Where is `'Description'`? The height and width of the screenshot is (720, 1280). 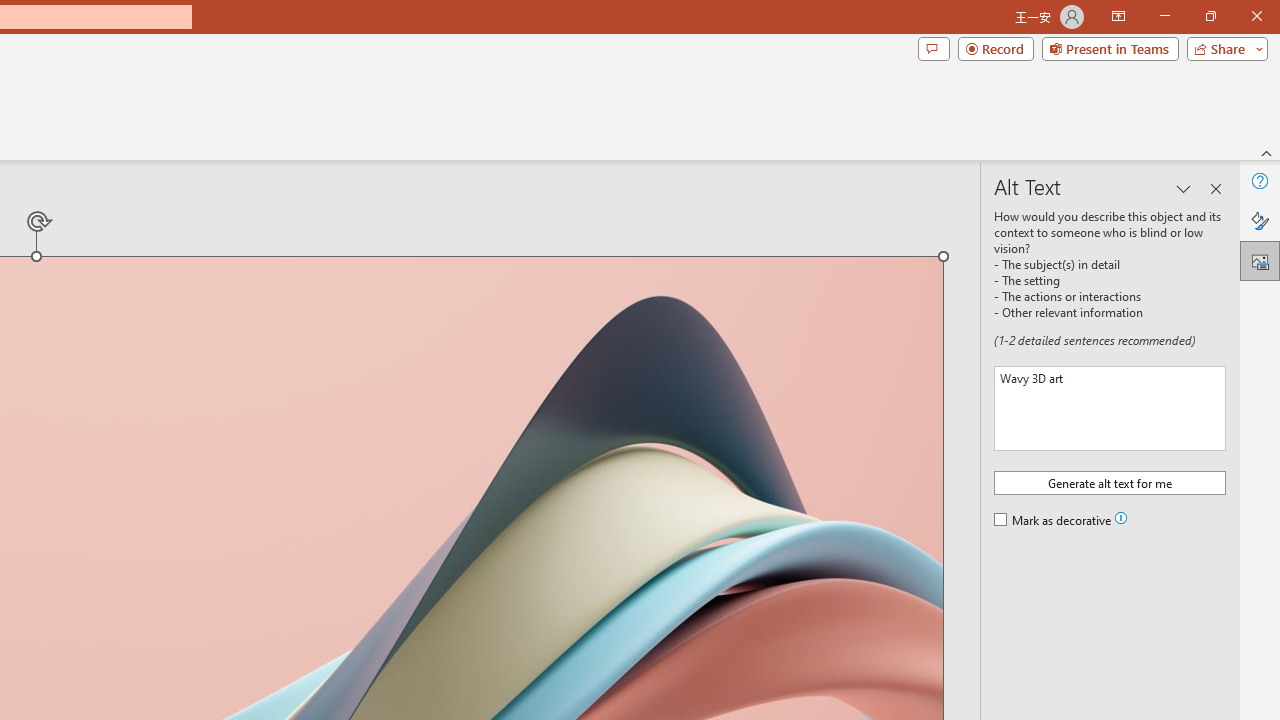 'Description' is located at coordinates (1109, 407).